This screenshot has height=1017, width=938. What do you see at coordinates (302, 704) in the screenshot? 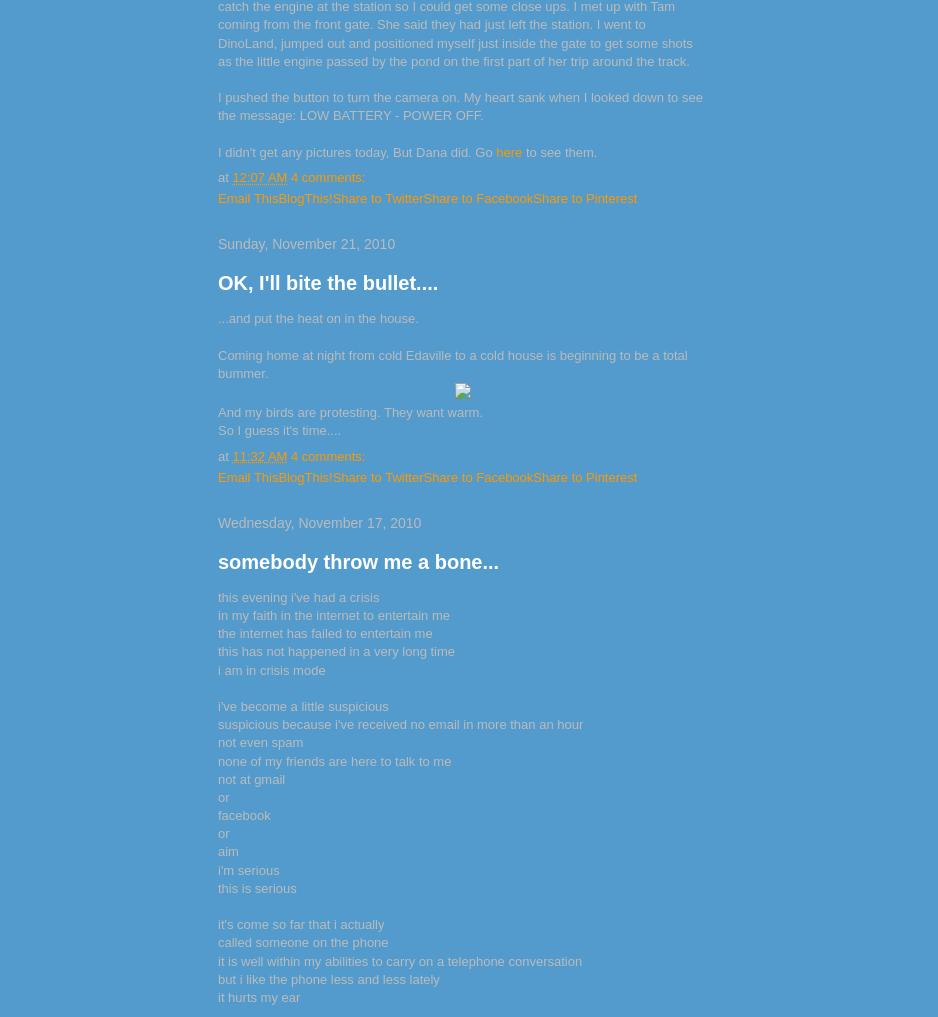
I see `'i've become a little suspicious'` at bounding box center [302, 704].